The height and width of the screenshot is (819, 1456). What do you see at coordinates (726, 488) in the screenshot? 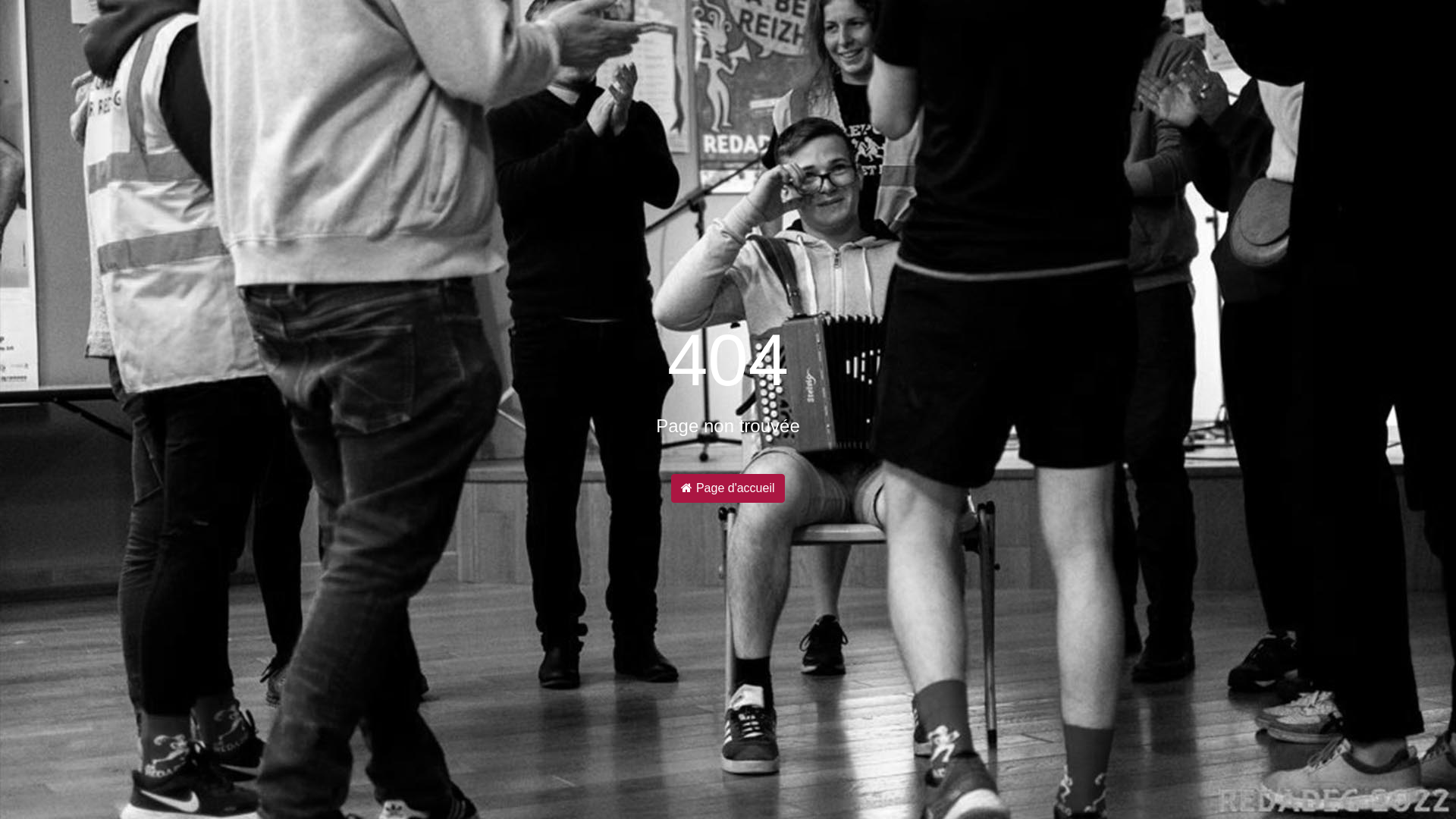
I see `'Page d'accueil'` at bounding box center [726, 488].